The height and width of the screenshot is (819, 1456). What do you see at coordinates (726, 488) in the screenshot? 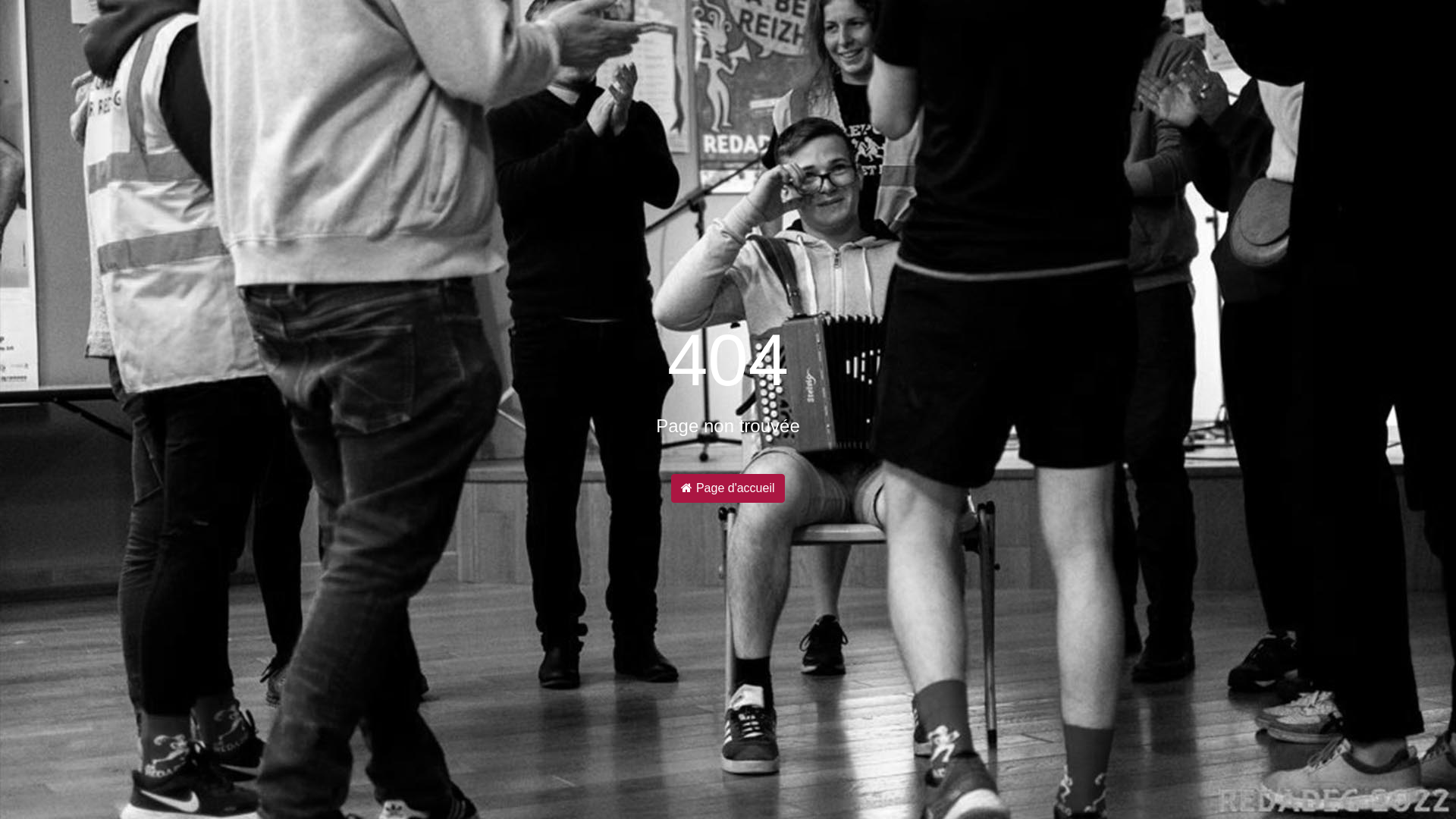
I see `'Page d'accueil'` at bounding box center [726, 488].